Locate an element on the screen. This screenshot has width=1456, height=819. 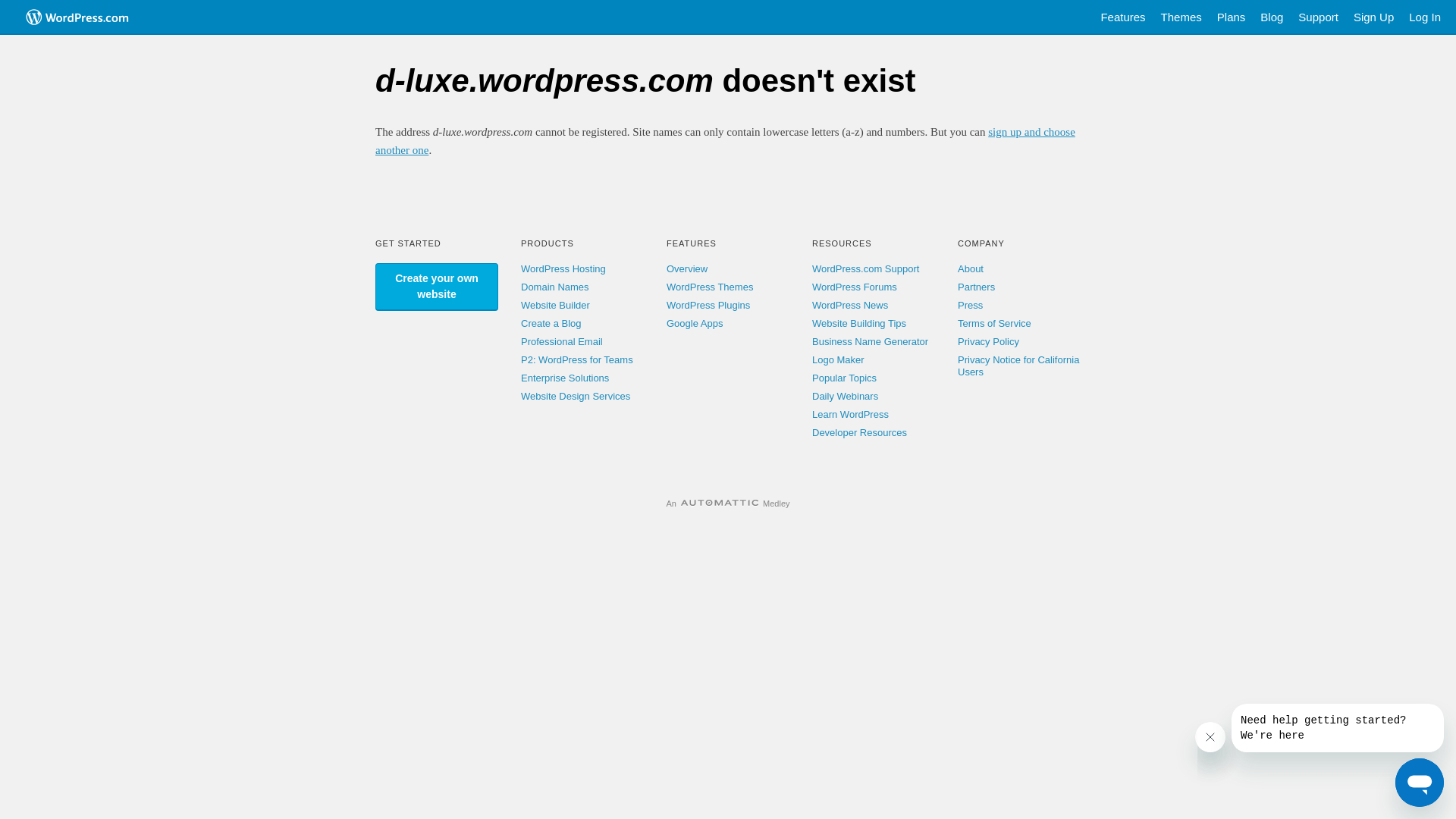
'Privacy Notice for California Users' is located at coordinates (1018, 366).